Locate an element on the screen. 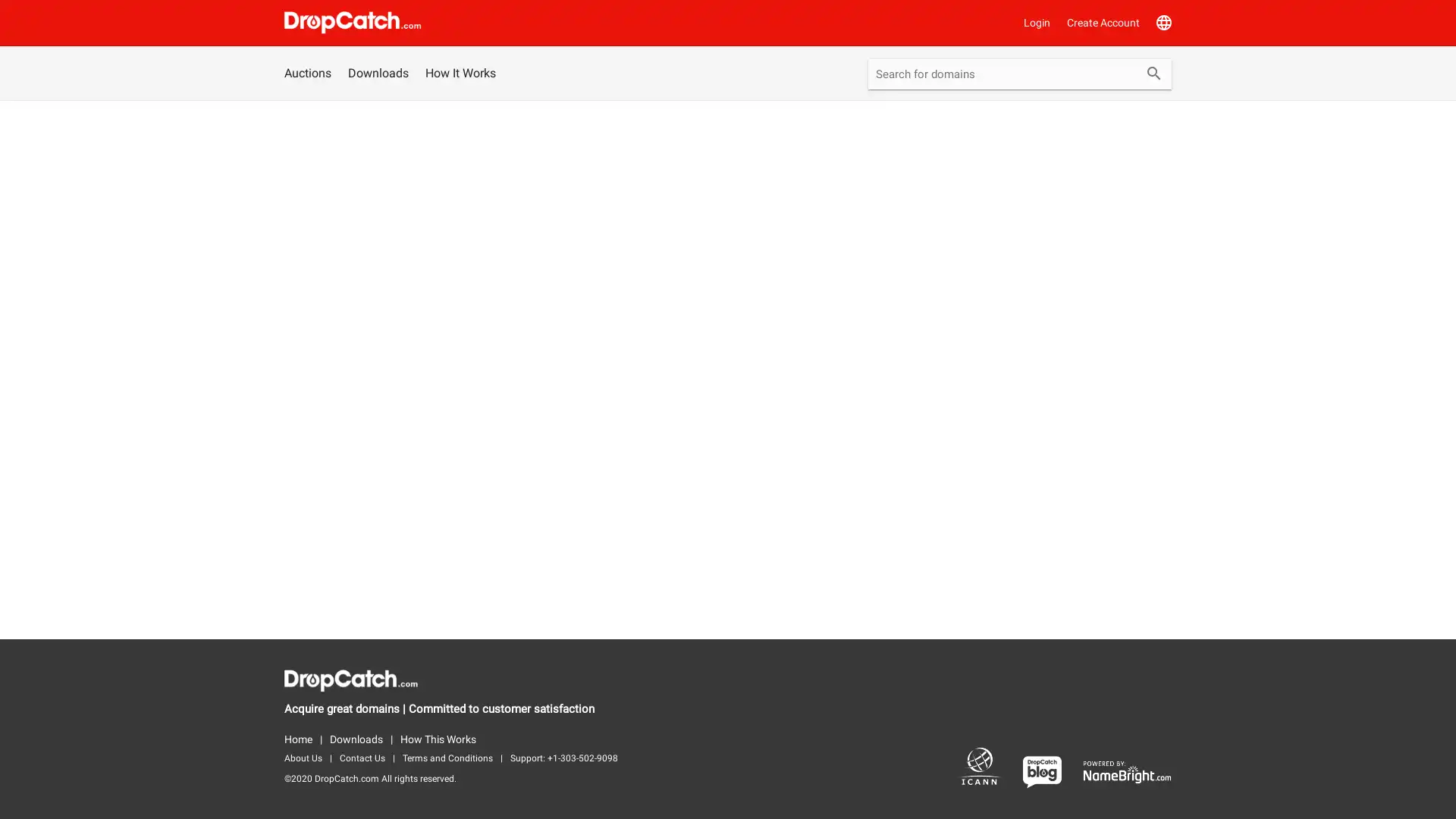 Image resolution: width=1456 pixels, height=819 pixels. Submit is located at coordinates (1153, 75).